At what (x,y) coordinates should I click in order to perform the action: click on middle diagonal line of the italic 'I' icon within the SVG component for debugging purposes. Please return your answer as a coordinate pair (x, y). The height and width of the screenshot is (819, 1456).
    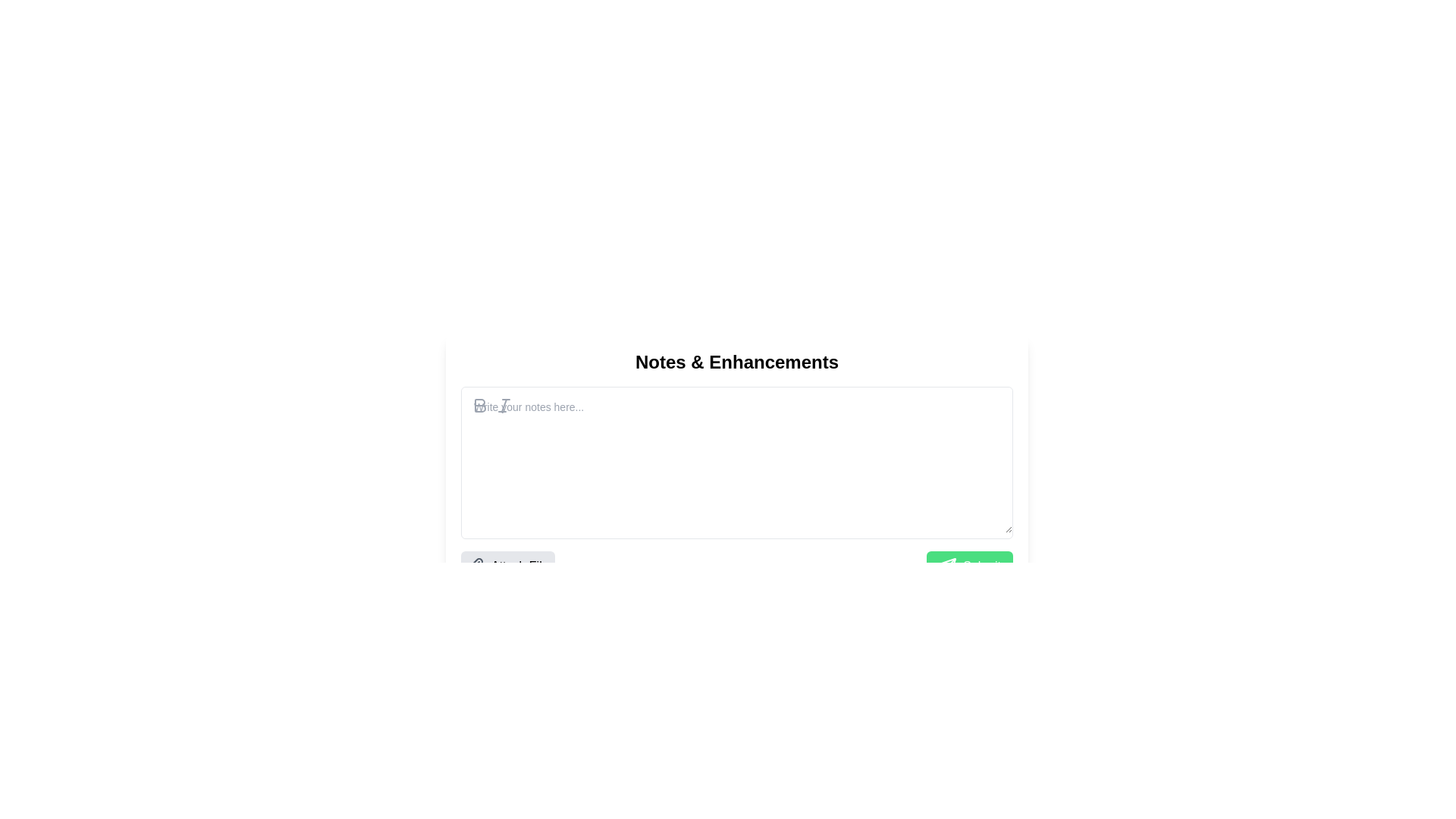
    Looking at the image, I should click on (504, 405).